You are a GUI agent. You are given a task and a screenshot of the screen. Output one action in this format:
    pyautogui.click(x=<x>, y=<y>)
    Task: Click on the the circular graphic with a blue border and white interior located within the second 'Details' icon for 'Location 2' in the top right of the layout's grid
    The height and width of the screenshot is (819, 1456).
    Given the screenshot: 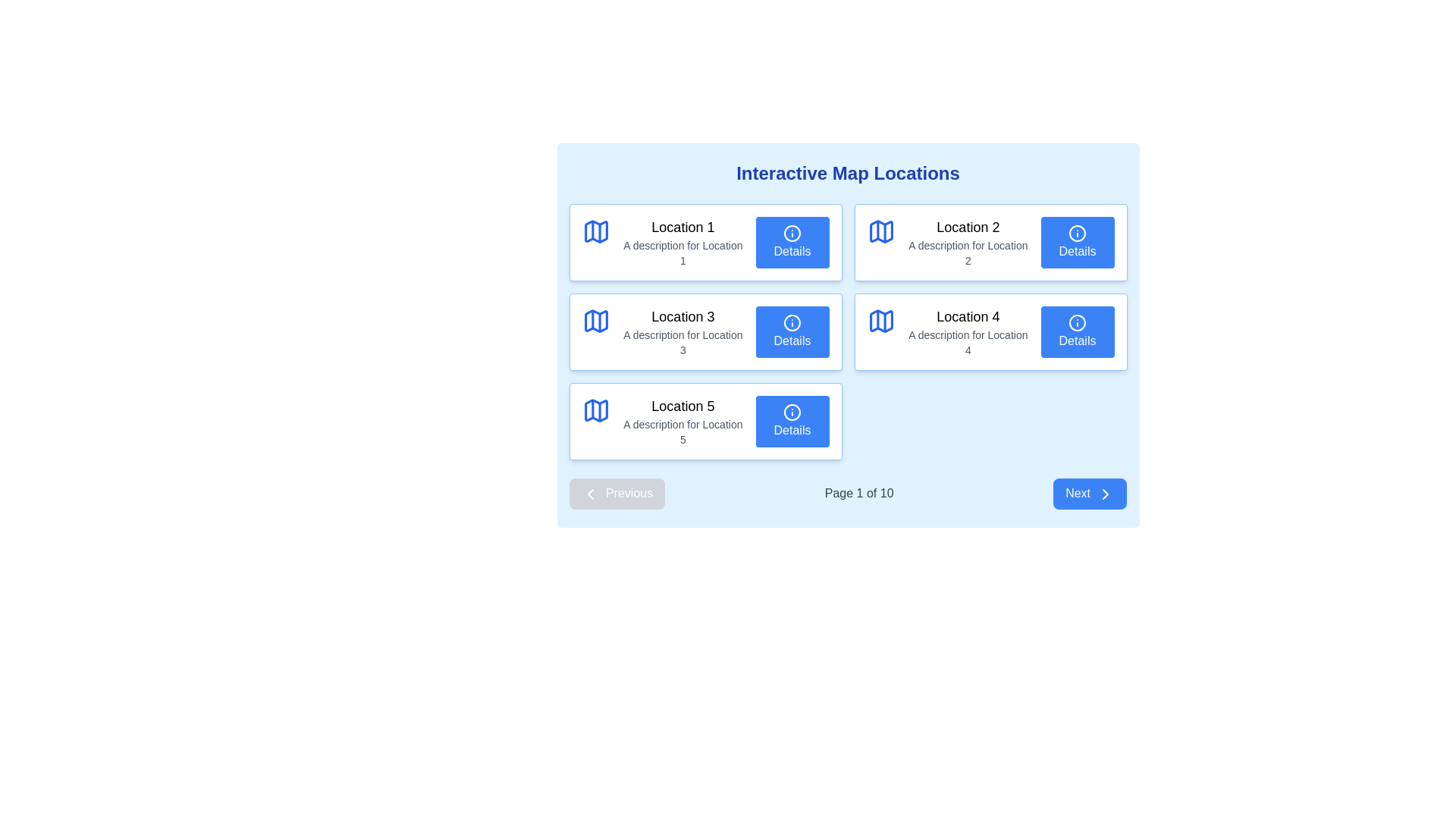 What is the action you would take?
    pyautogui.click(x=1076, y=234)
    